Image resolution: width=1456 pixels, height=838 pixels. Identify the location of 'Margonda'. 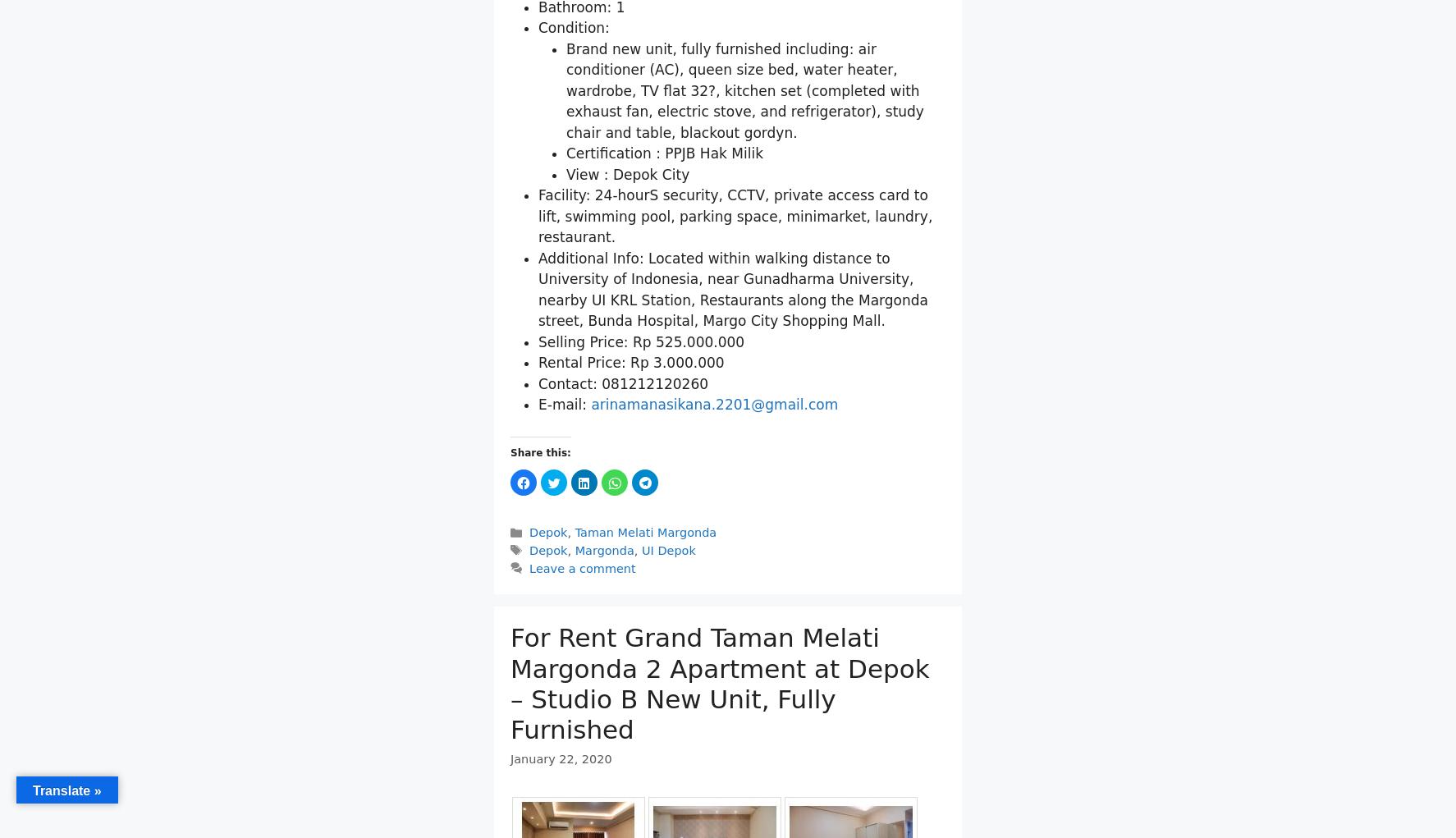
(603, 551).